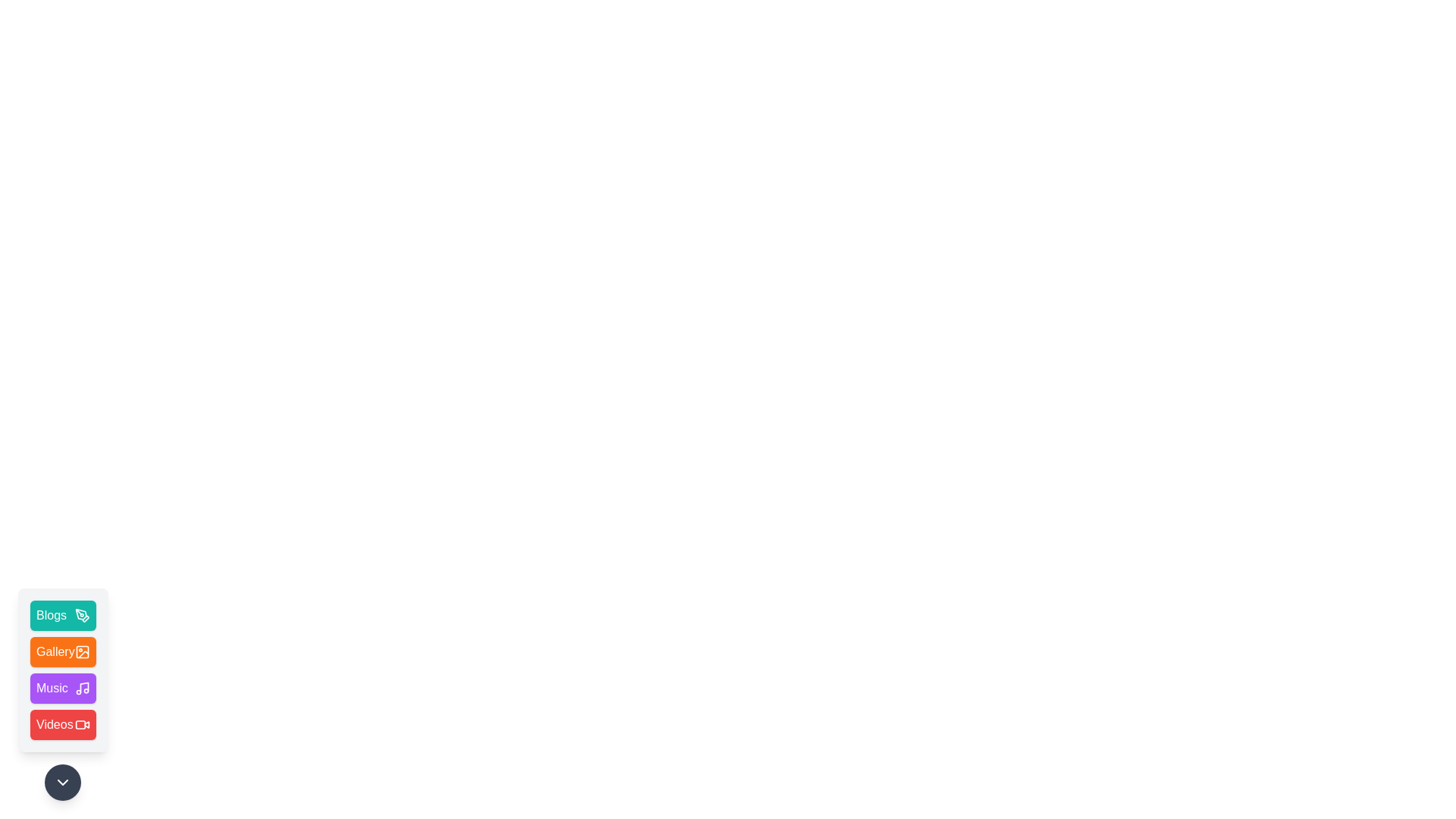  What do you see at coordinates (62, 688) in the screenshot?
I see `the Music menu item to interact with it` at bounding box center [62, 688].